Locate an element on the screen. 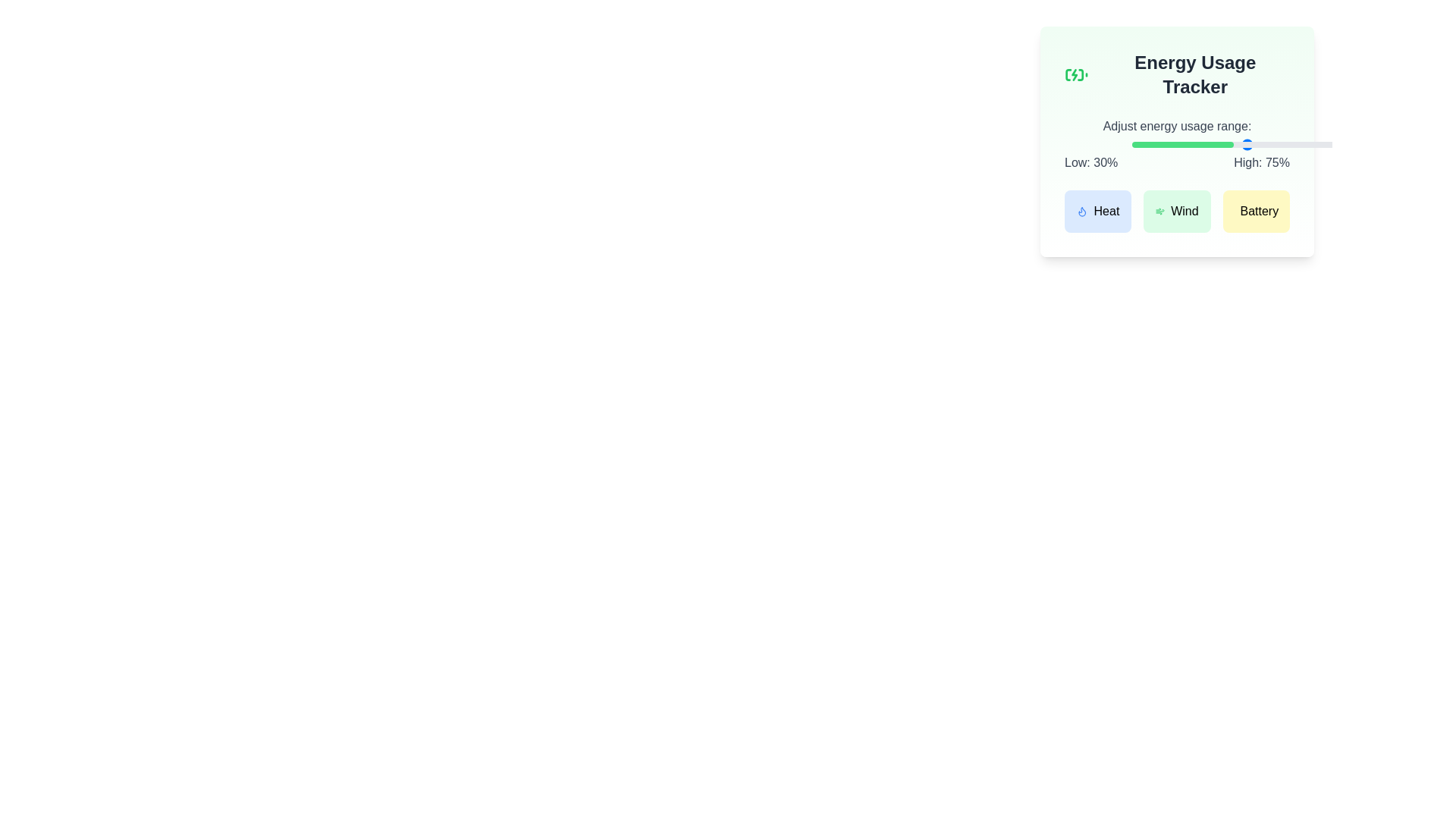 Image resolution: width=1456 pixels, height=819 pixels. the charging symbol icon located centrally within the battery-shaped icon, which represents the charging status is located at coordinates (1074, 75).